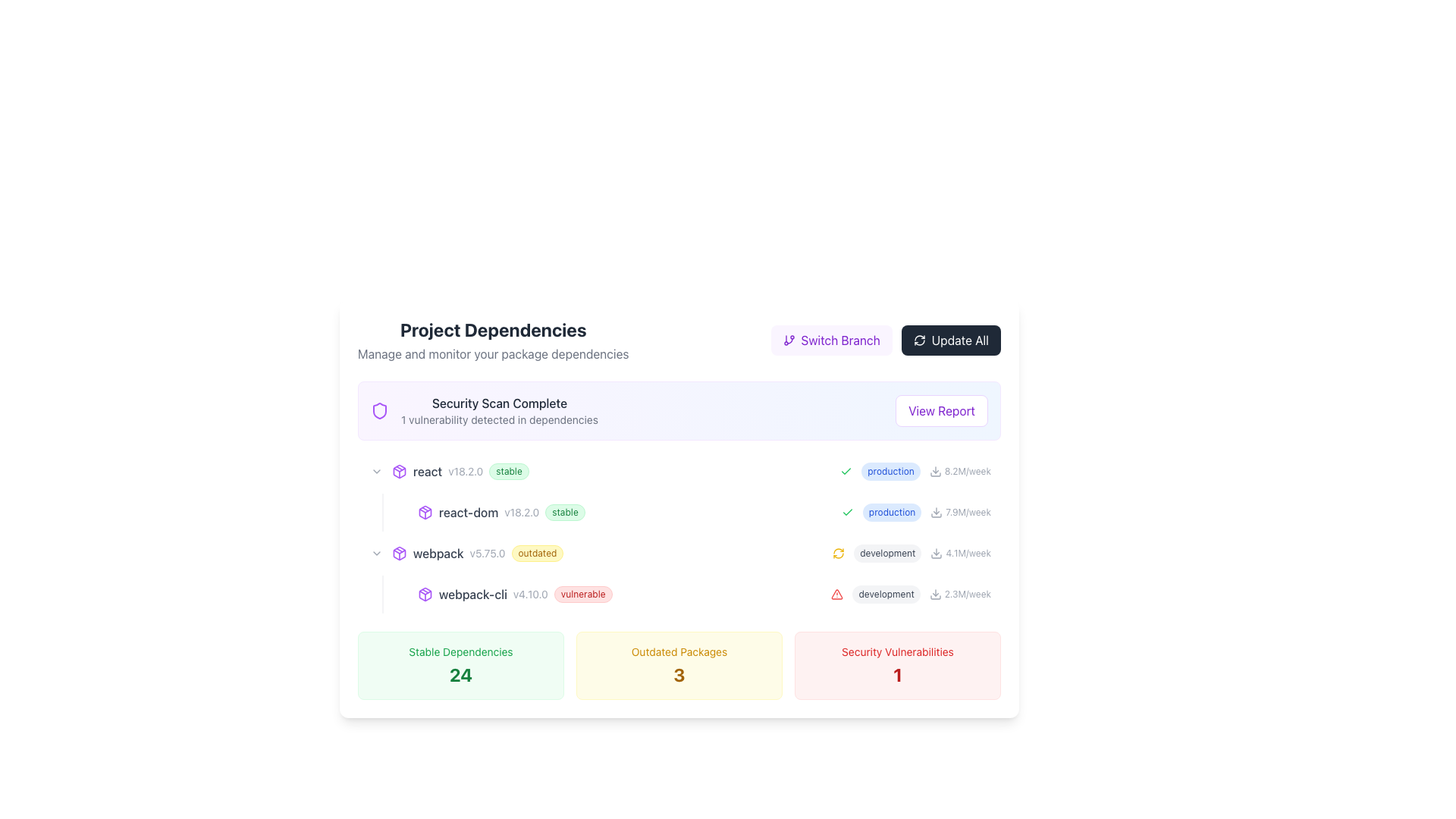 Image resolution: width=1456 pixels, height=819 pixels. What do you see at coordinates (936, 512) in the screenshot?
I see `the download icon resembling a downward arrow next to the 'react-dom' dependency for interaction` at bounding box center [936, 512].